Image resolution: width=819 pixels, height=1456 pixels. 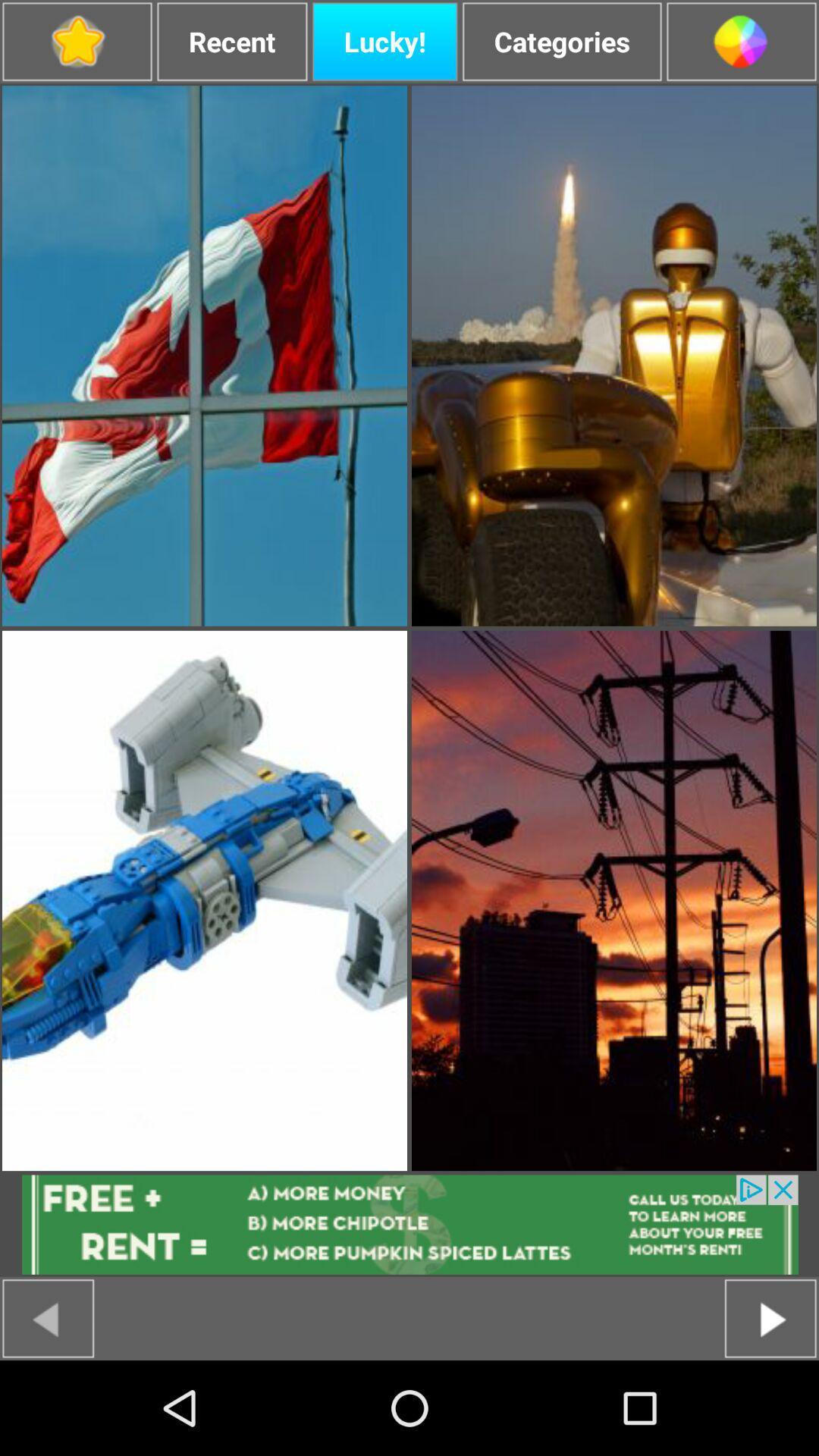 I want to click on the arrow_backward icon, so click(x=47, y=1410).